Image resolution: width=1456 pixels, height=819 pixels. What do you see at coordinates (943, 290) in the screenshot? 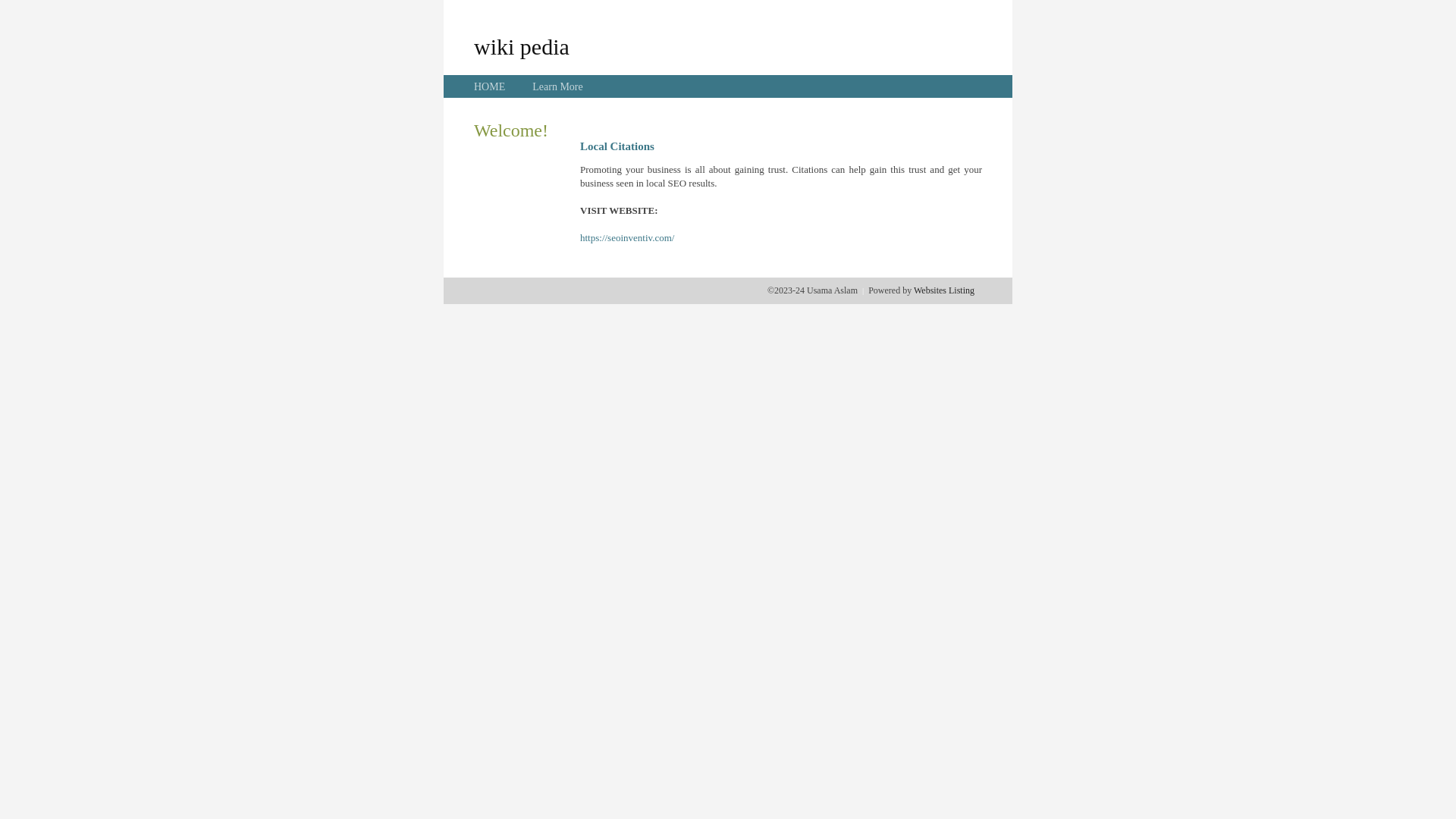
I see `'Websites Listing'` at bounding box center [943, 290].